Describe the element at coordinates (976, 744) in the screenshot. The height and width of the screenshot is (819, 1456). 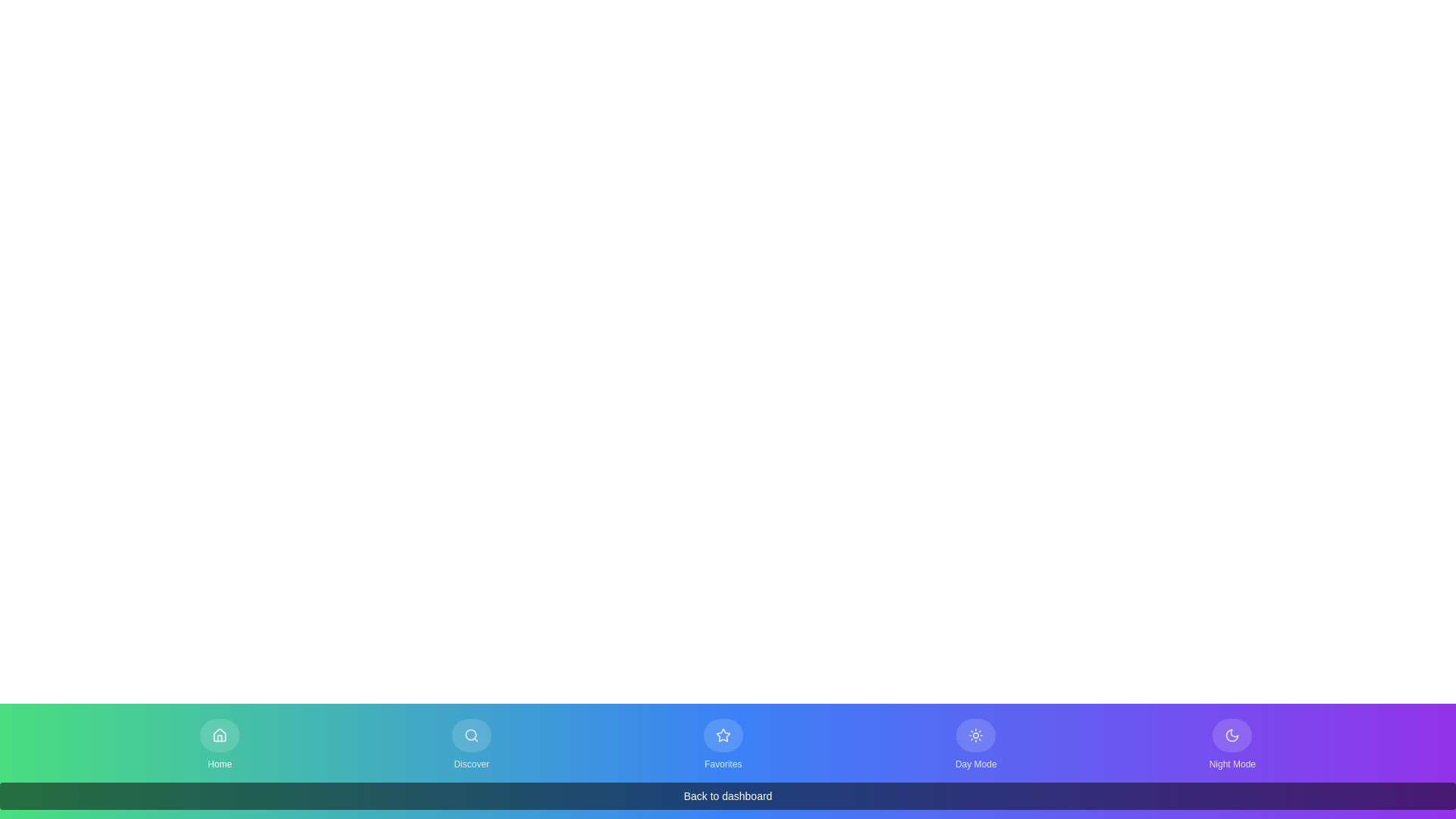
I see `the Day Mode tab by clicking the corresponding button` at that location.